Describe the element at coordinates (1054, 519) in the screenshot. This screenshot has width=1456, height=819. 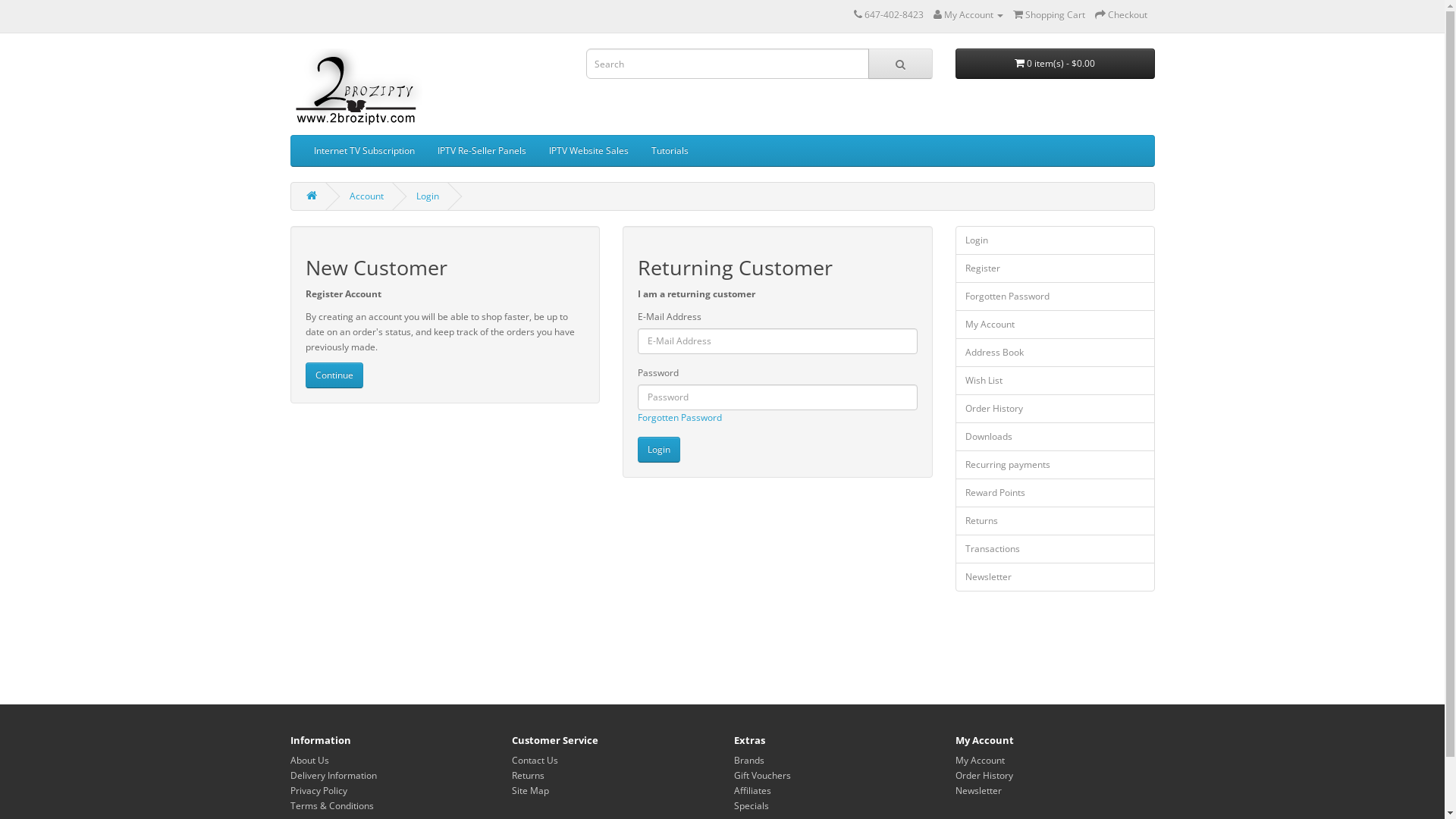
I see `'Returns'` at that location.